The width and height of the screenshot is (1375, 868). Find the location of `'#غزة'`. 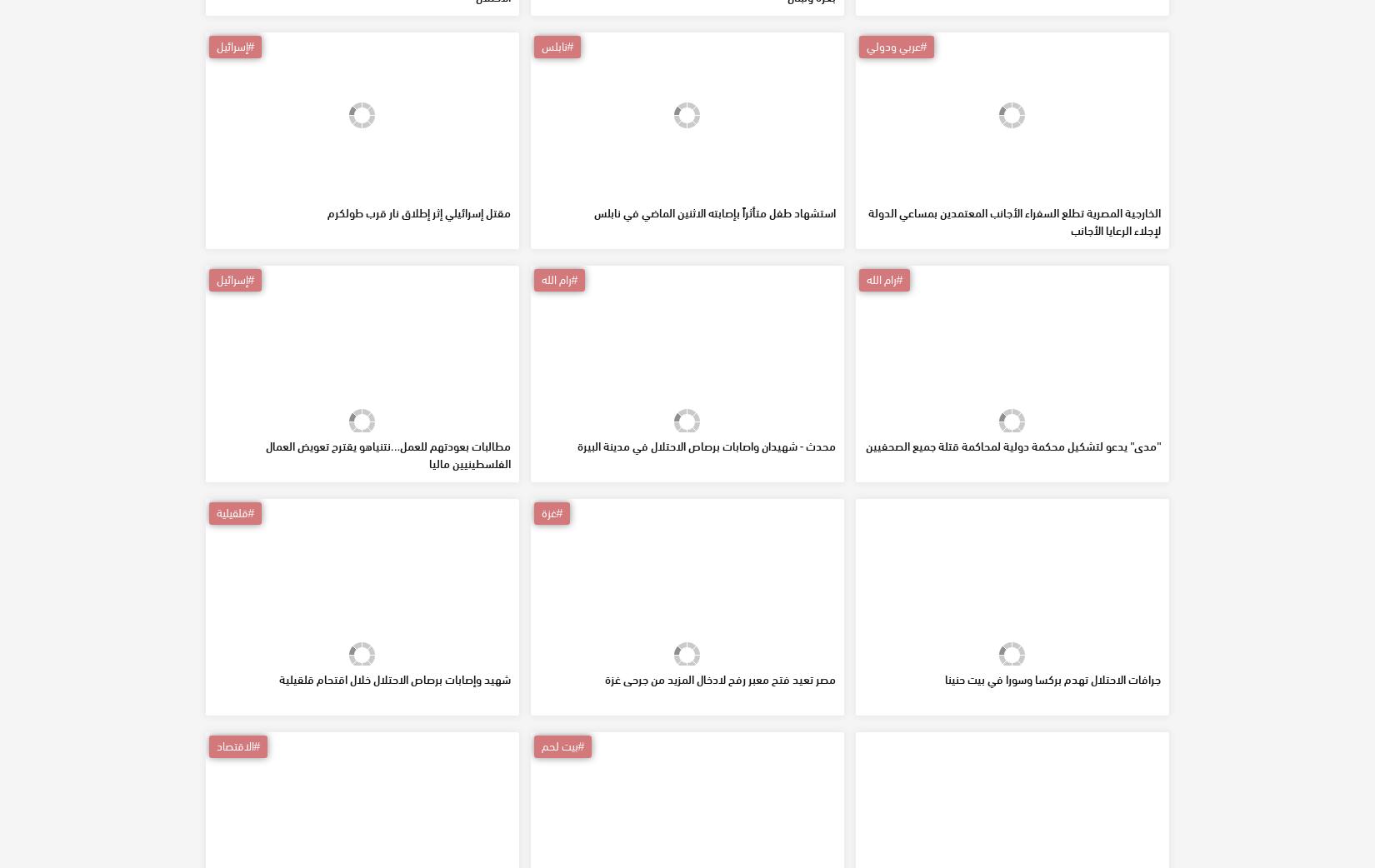

'#غزة' is located at coordinates (539, 631).